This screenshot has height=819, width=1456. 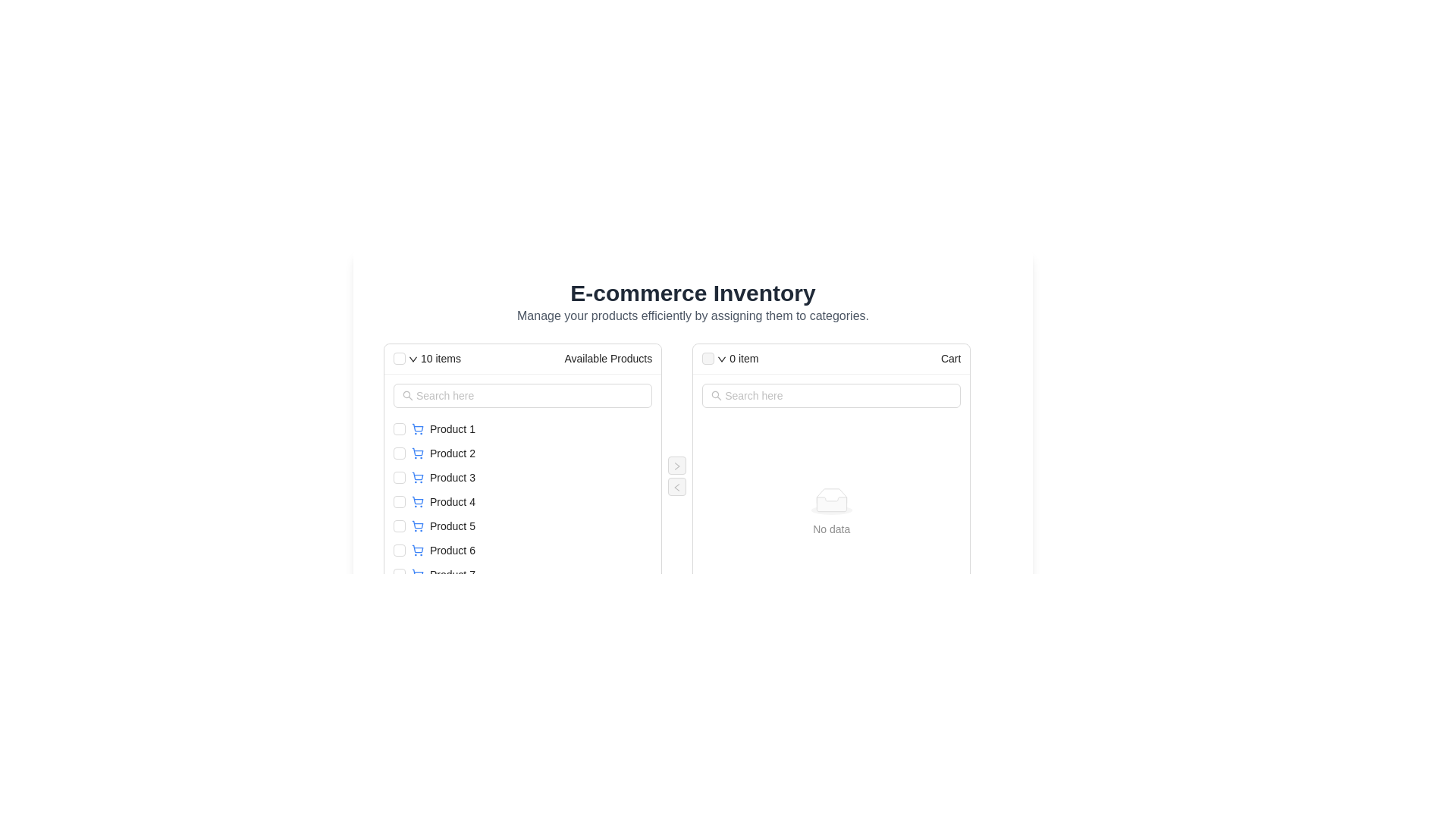 What do you see at coordinates (400, 526) in the screenshot?
I see `the checkbox styled with the 'ant-checkbox-wrapper' class` at bounding box center [400, 526].